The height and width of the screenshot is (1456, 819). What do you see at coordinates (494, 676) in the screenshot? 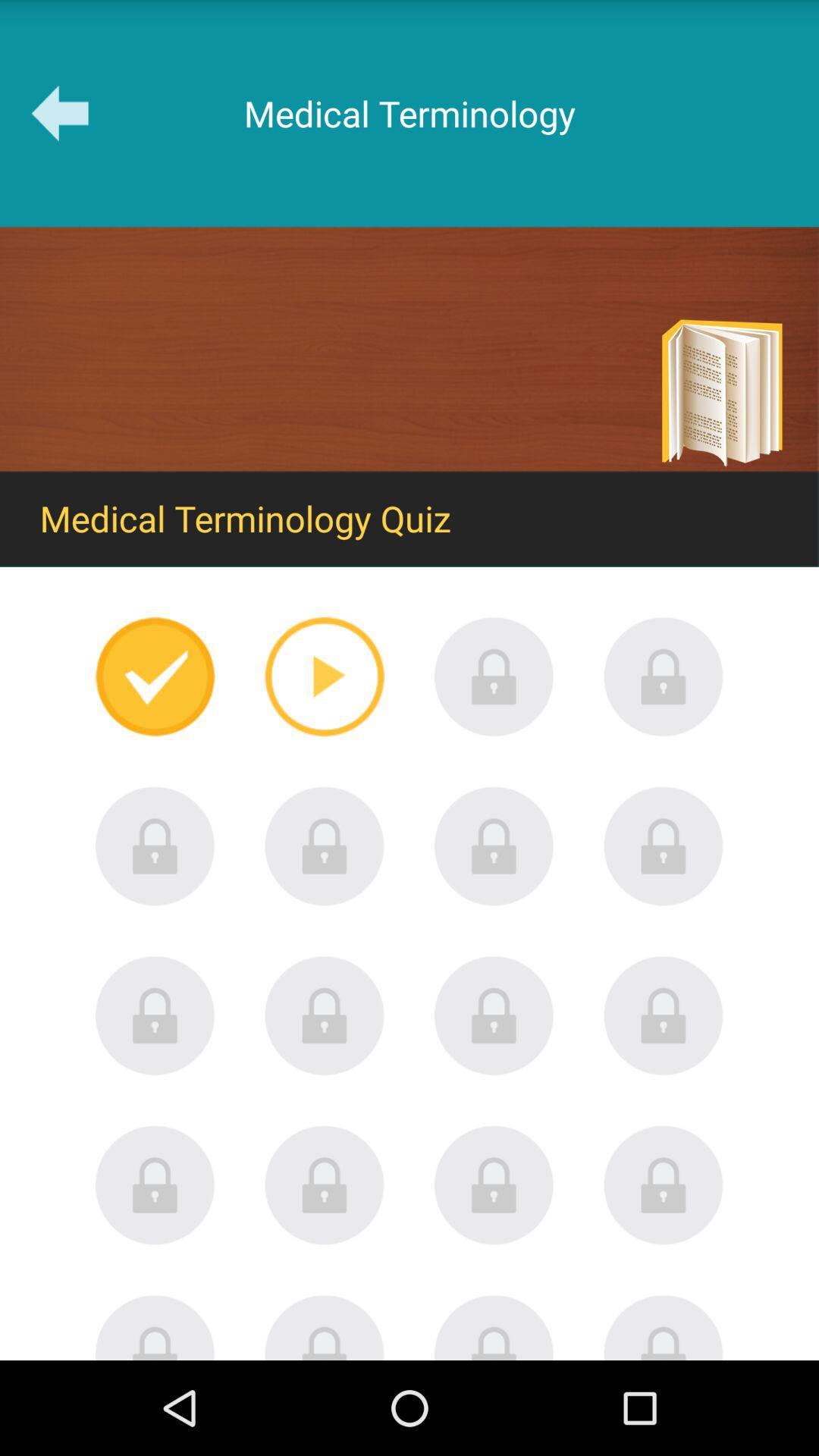
I see `it is locked` at bounding box center [494, 676].